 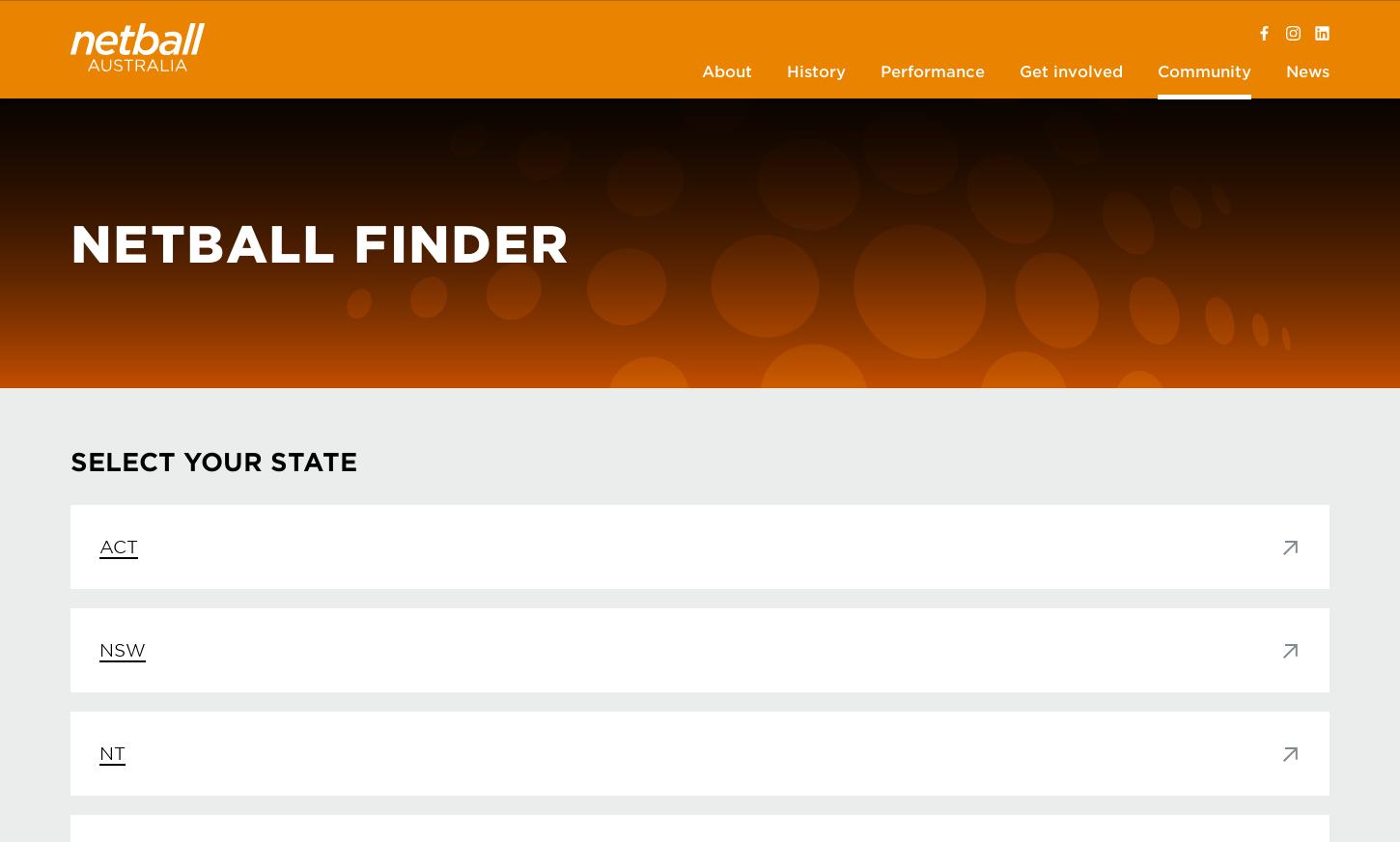 I want to click on 'Agents Accreditation Scheme', so click(x=500, y=248).